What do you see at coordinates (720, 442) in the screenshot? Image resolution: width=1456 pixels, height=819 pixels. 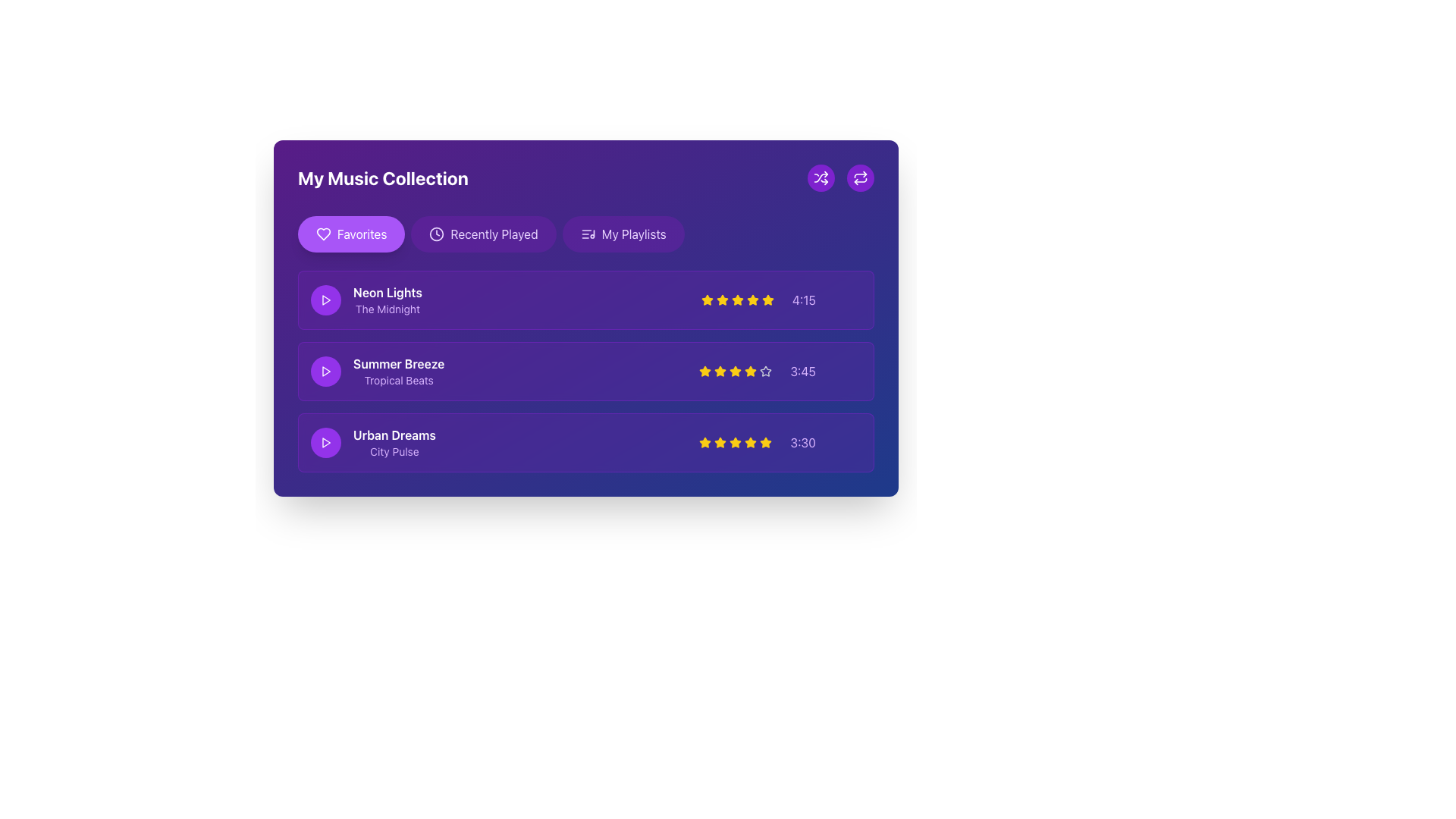 I see `the third star icon in the rating component of the 'Urban Dreams' music entry` at bounding box center [720, 442].